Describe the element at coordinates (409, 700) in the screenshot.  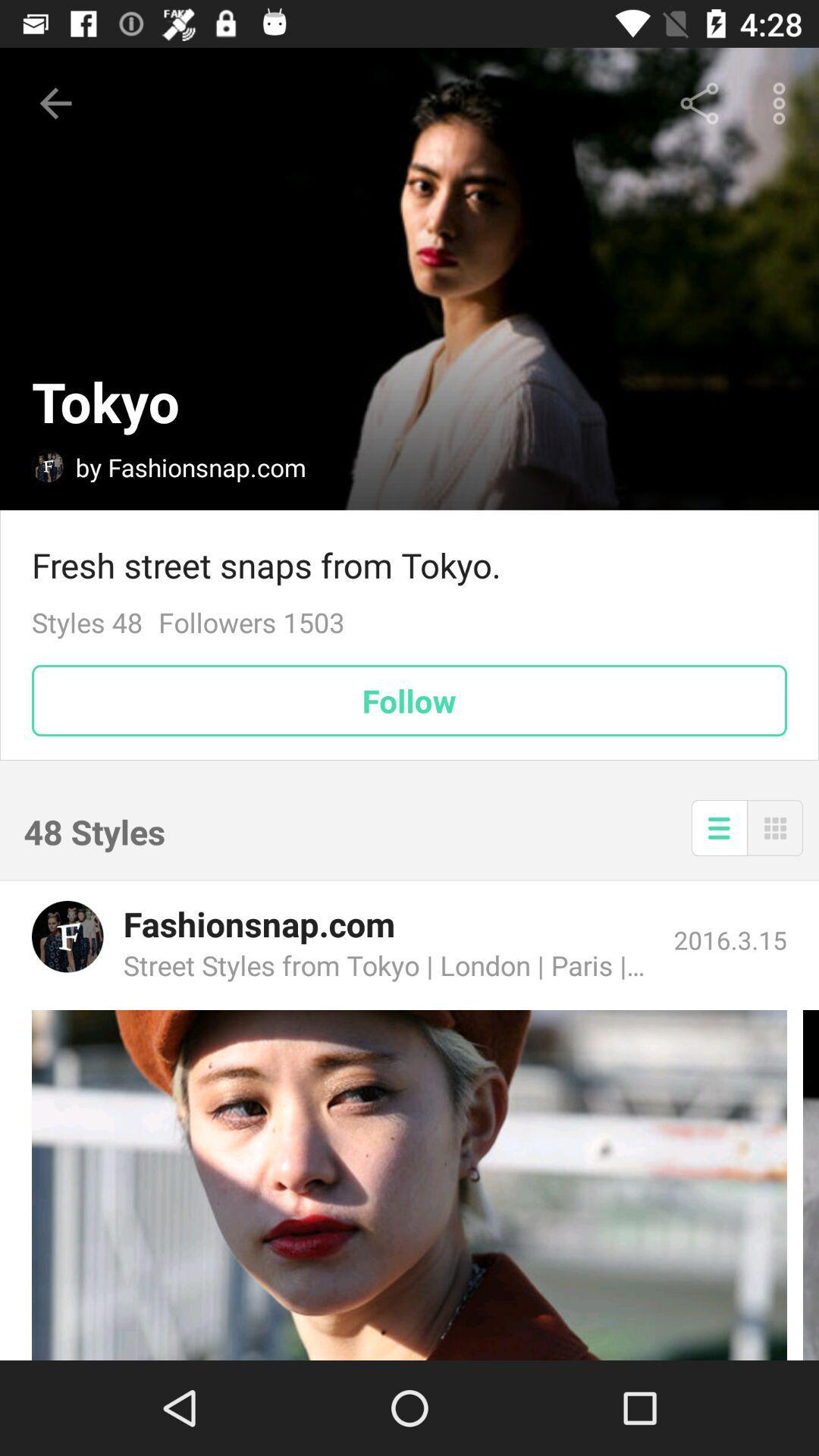
I see `the icon below styles 48` at that location.